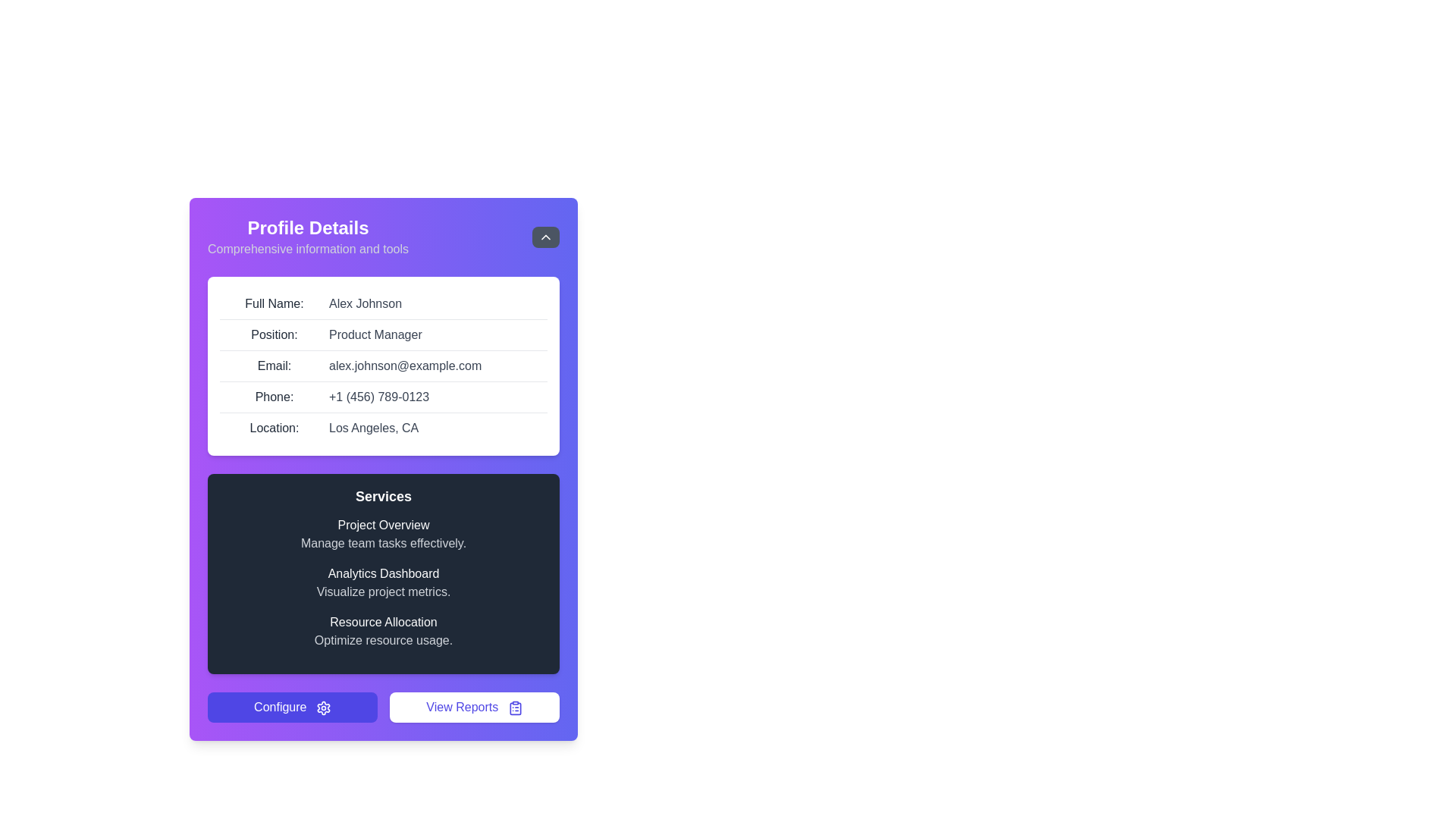 Image resolution: width=1456 pixels, height=819 pixels. What do you see at coordinates (322, 708) in the screenshot?
I see `the gear-shaped settings icon located on the blue 'Configure' button to initiate configuration` at bounding box center [322, 708].